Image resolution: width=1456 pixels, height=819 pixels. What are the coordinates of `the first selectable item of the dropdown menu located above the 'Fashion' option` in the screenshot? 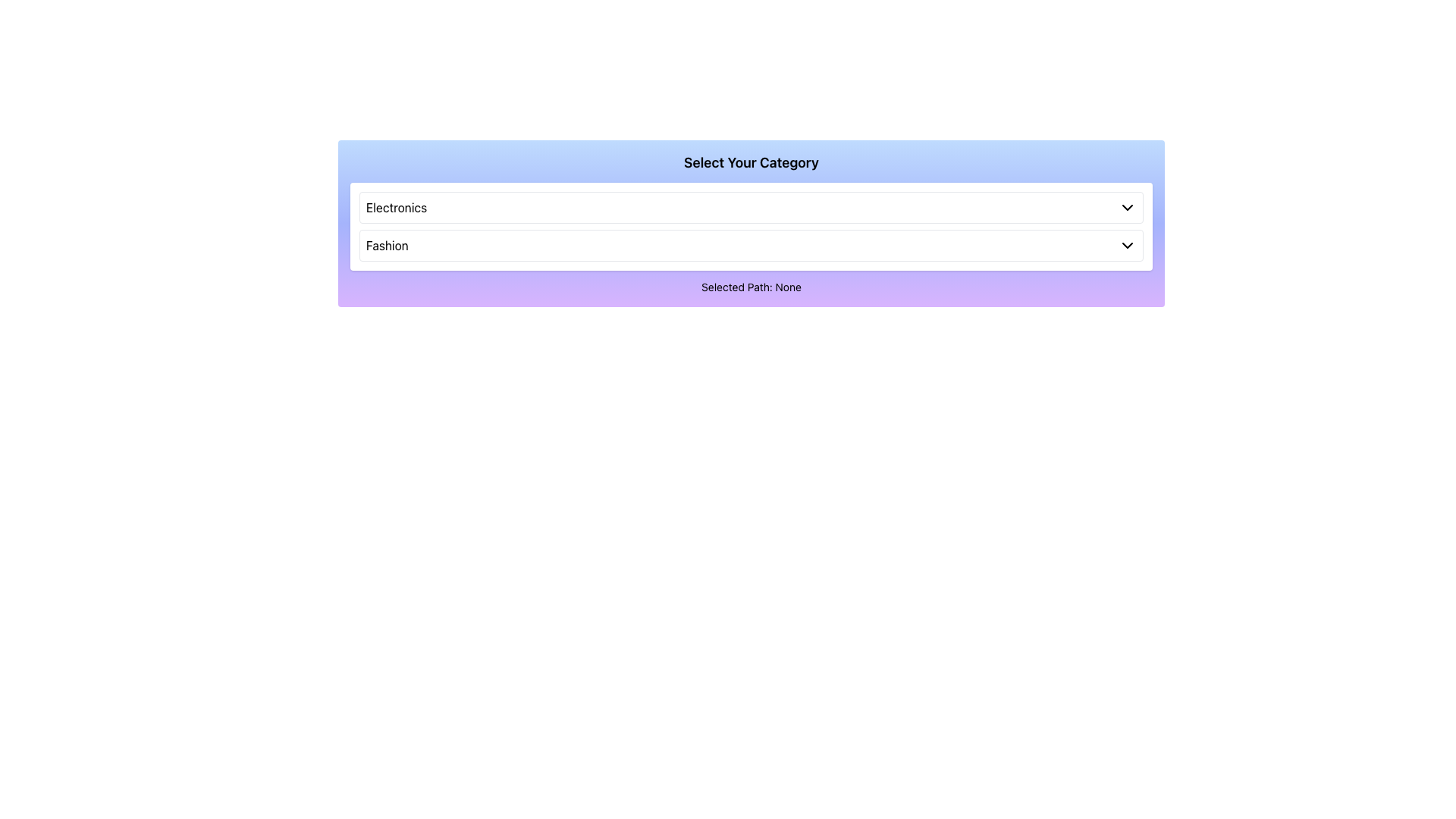 It's located at (751, 207).